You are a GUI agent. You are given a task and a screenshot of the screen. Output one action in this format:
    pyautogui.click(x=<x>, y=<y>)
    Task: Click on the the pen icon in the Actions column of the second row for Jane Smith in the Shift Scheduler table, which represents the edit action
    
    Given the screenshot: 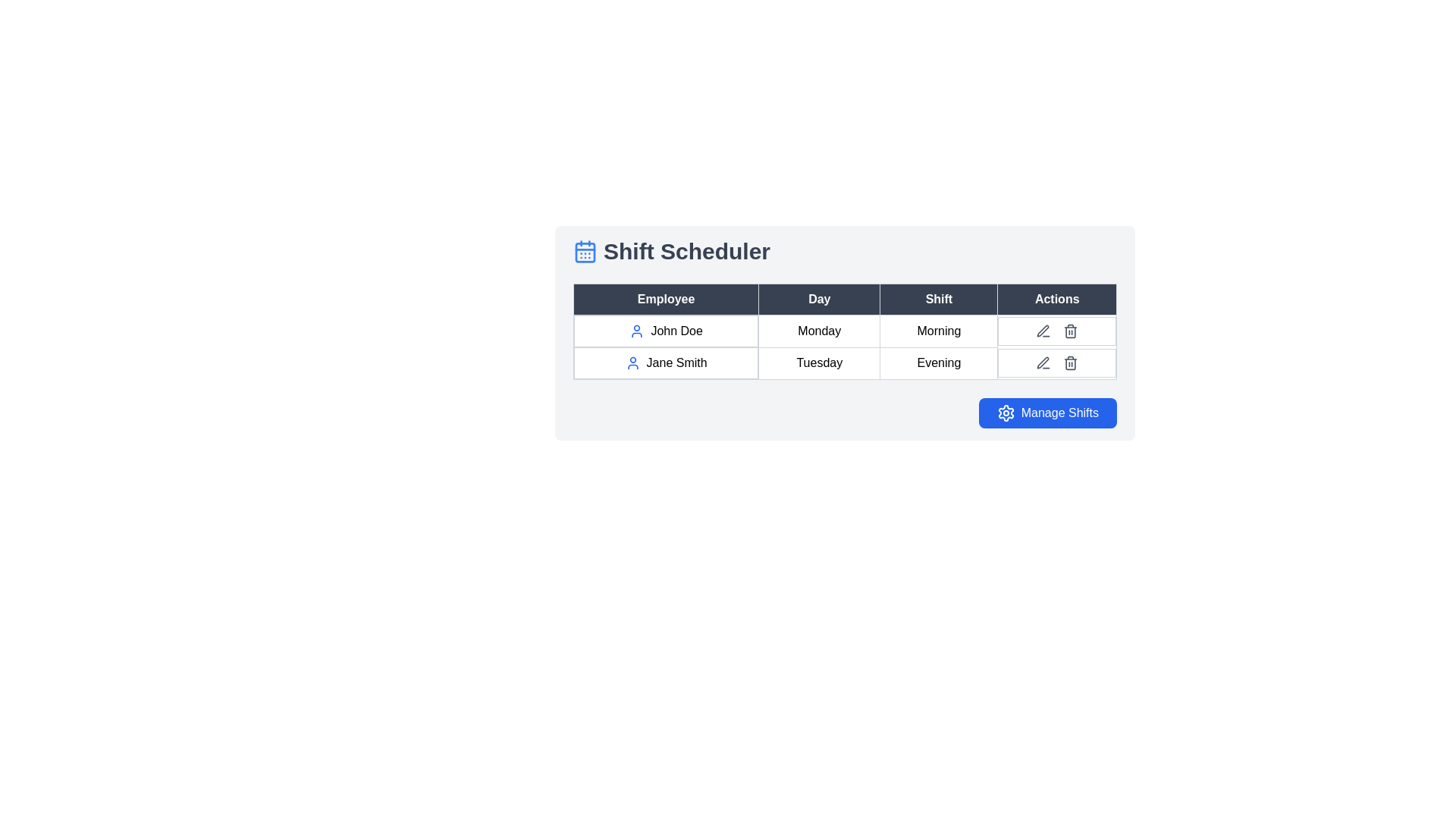 What is the action you would take?
    pyautogui.click(x=1042, y=362)
    